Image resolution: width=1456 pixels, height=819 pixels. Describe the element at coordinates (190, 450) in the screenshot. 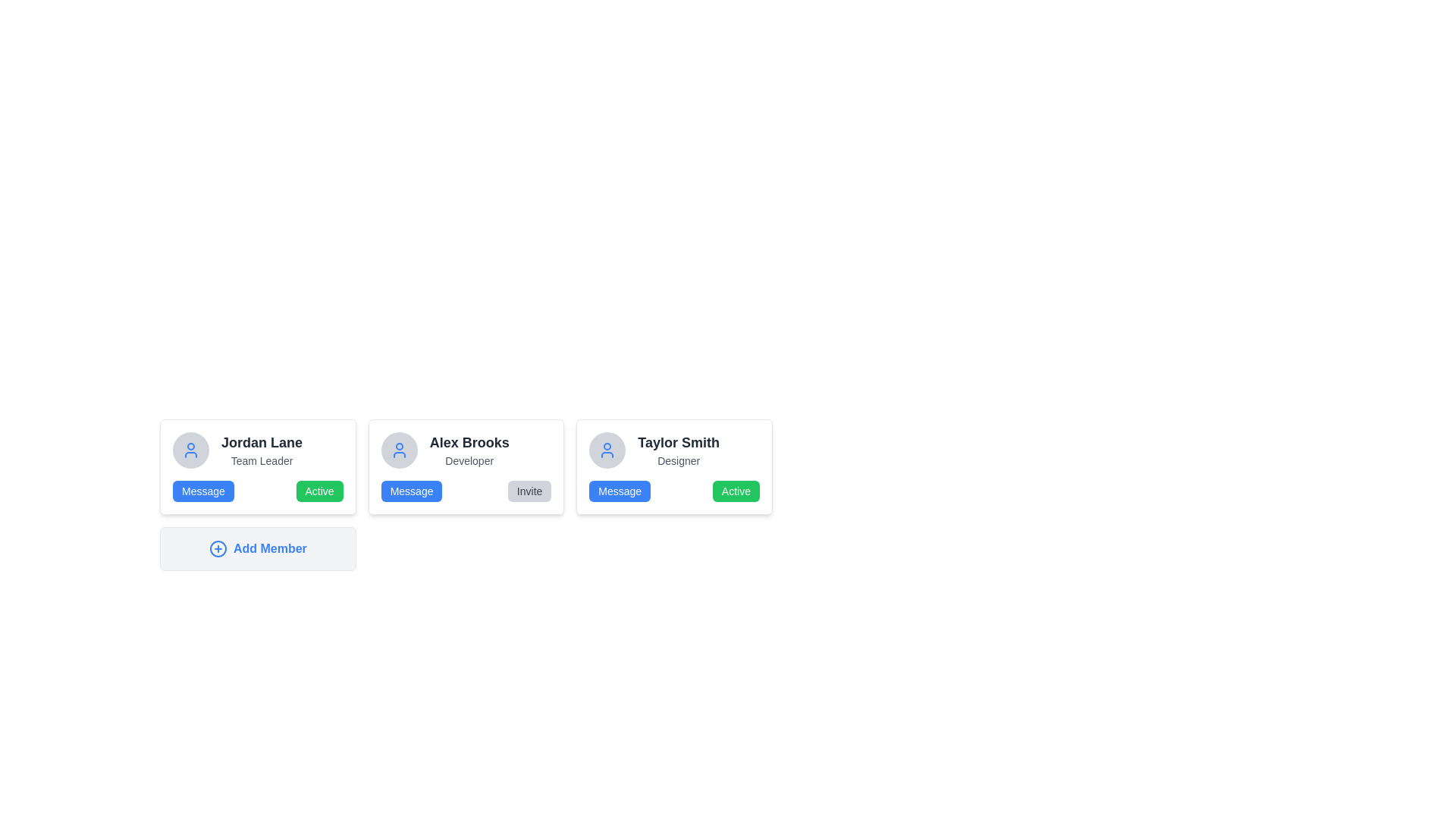

I see `the circular gray background enclosing the blue user silhouette icon located at the top-left of the card displaying 'Jordan Lane' and 'Team Leader'` at that location.